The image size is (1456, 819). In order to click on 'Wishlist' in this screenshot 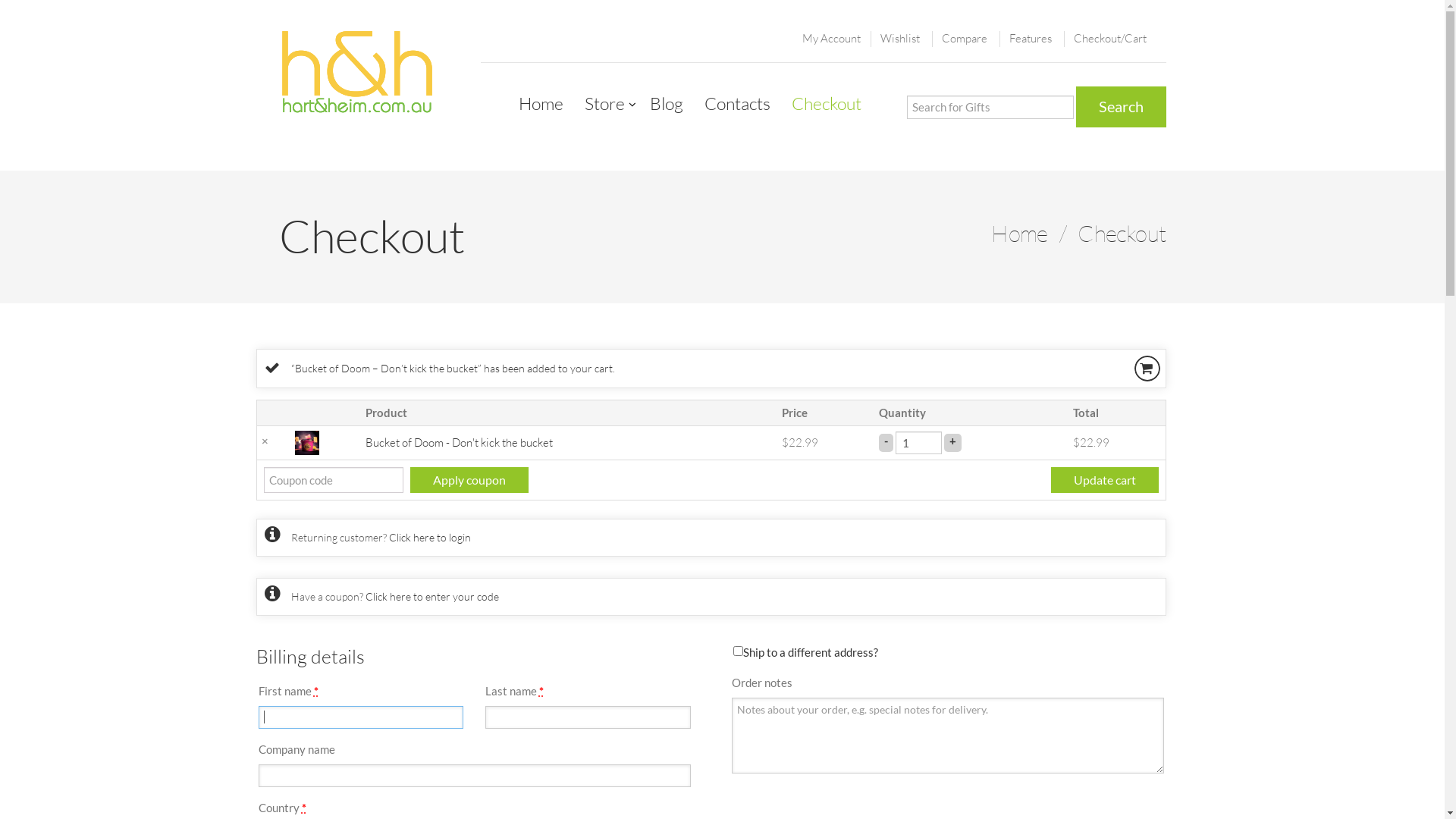, I will do `click(899, 37)`.